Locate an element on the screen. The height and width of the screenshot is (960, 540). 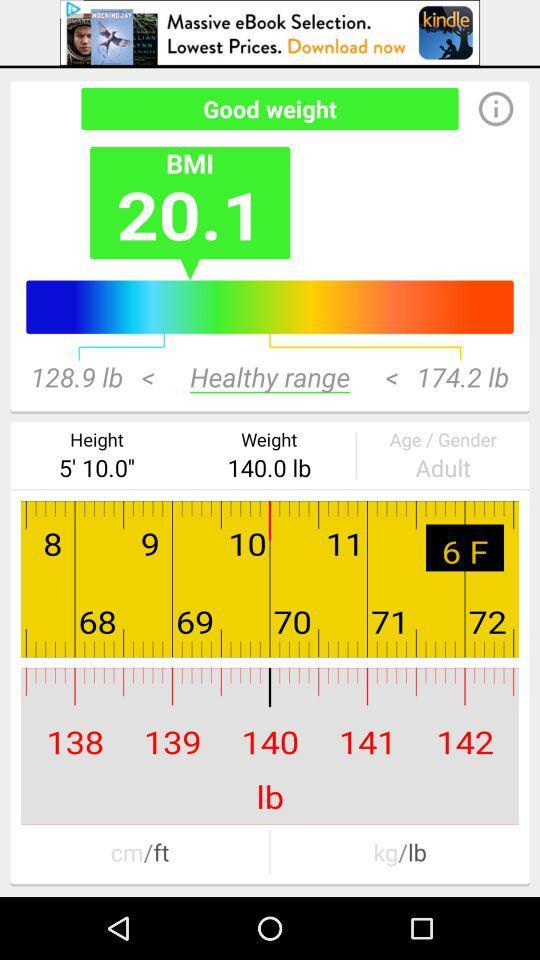
the info icon is located at coordinates (485, 108).